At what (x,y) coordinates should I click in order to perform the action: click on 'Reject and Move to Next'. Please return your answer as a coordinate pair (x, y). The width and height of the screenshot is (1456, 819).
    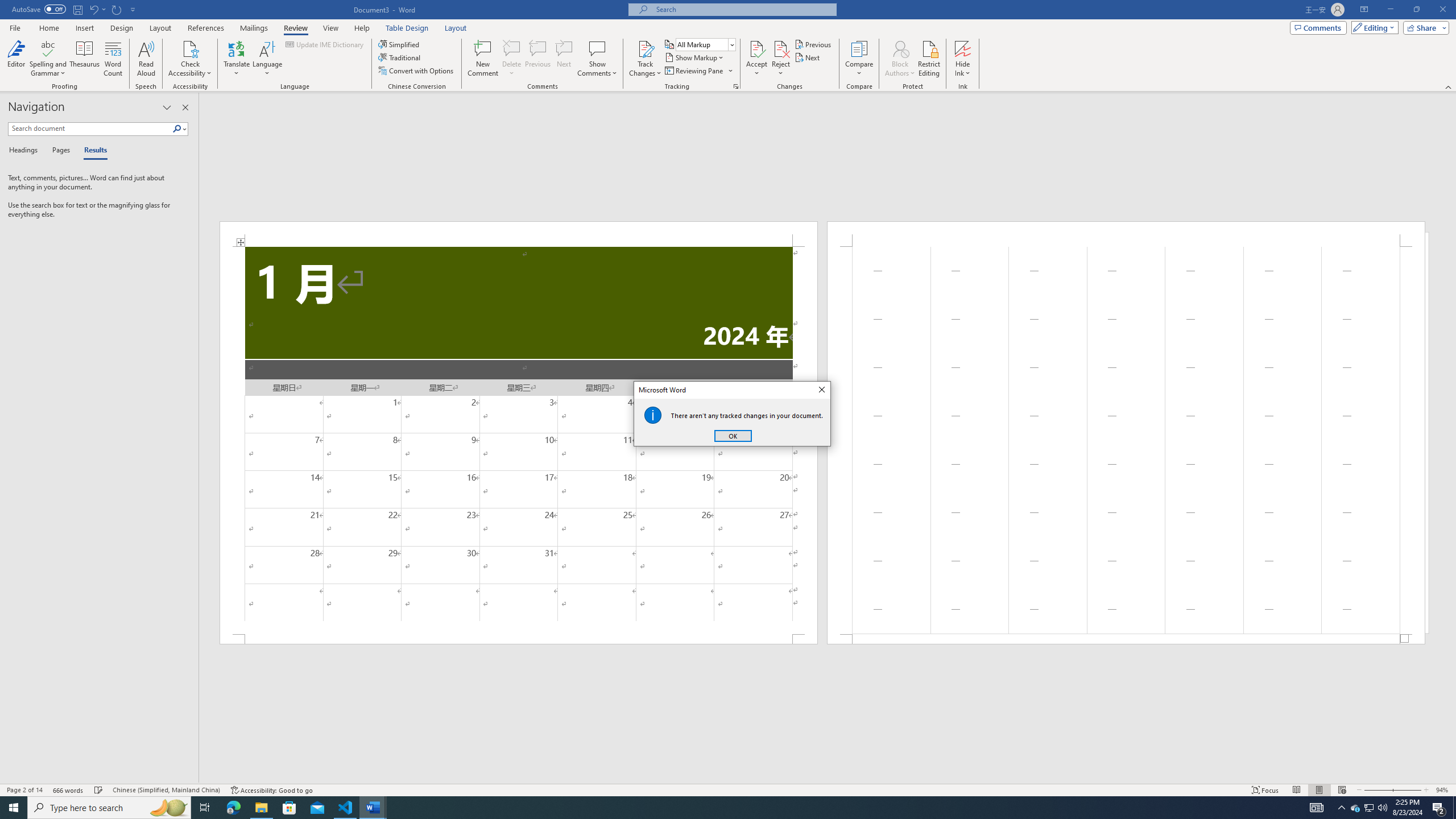
    Looking at the image, I should click on (781, 48).